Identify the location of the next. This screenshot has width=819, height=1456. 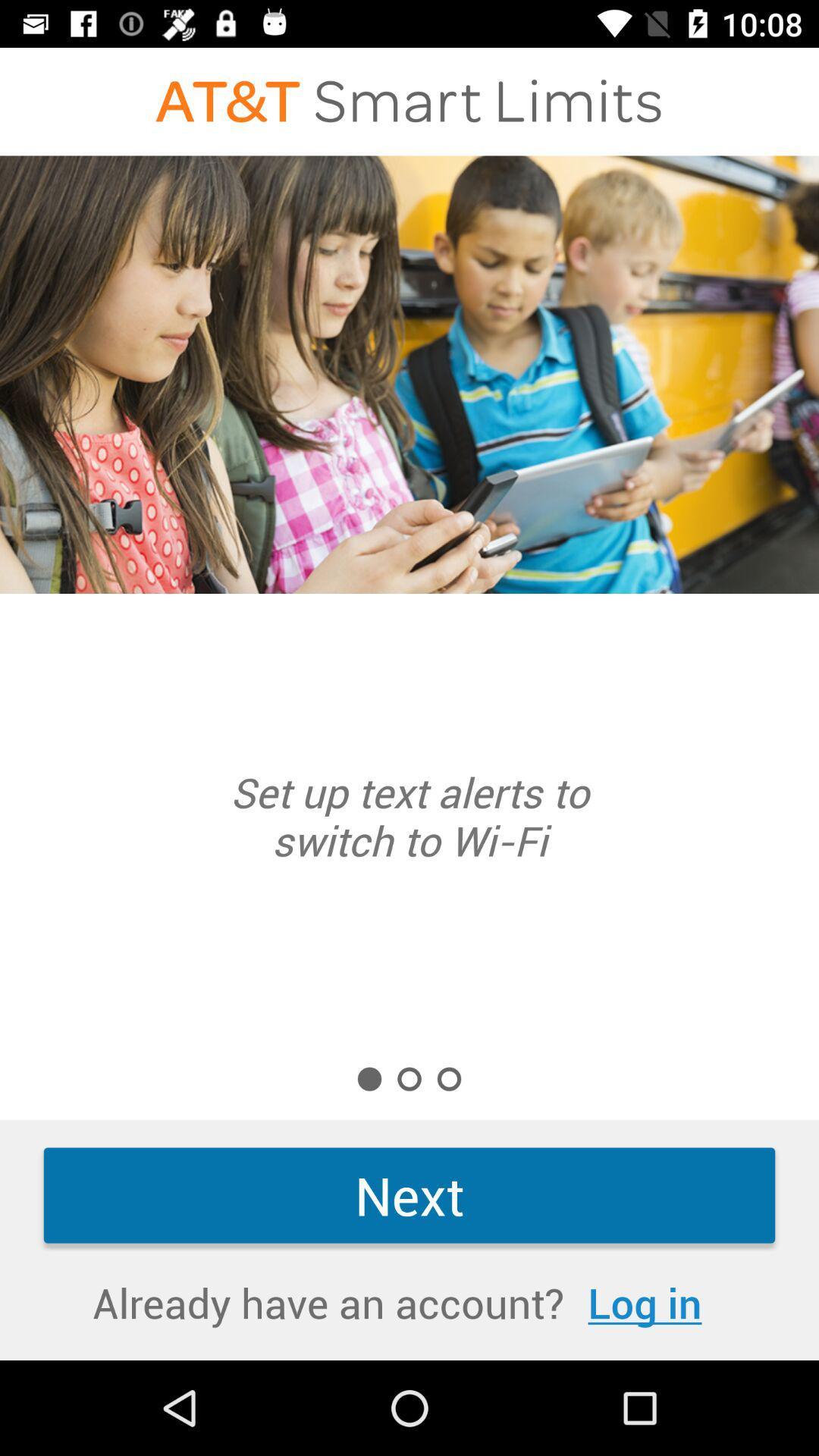
(409, 1194).